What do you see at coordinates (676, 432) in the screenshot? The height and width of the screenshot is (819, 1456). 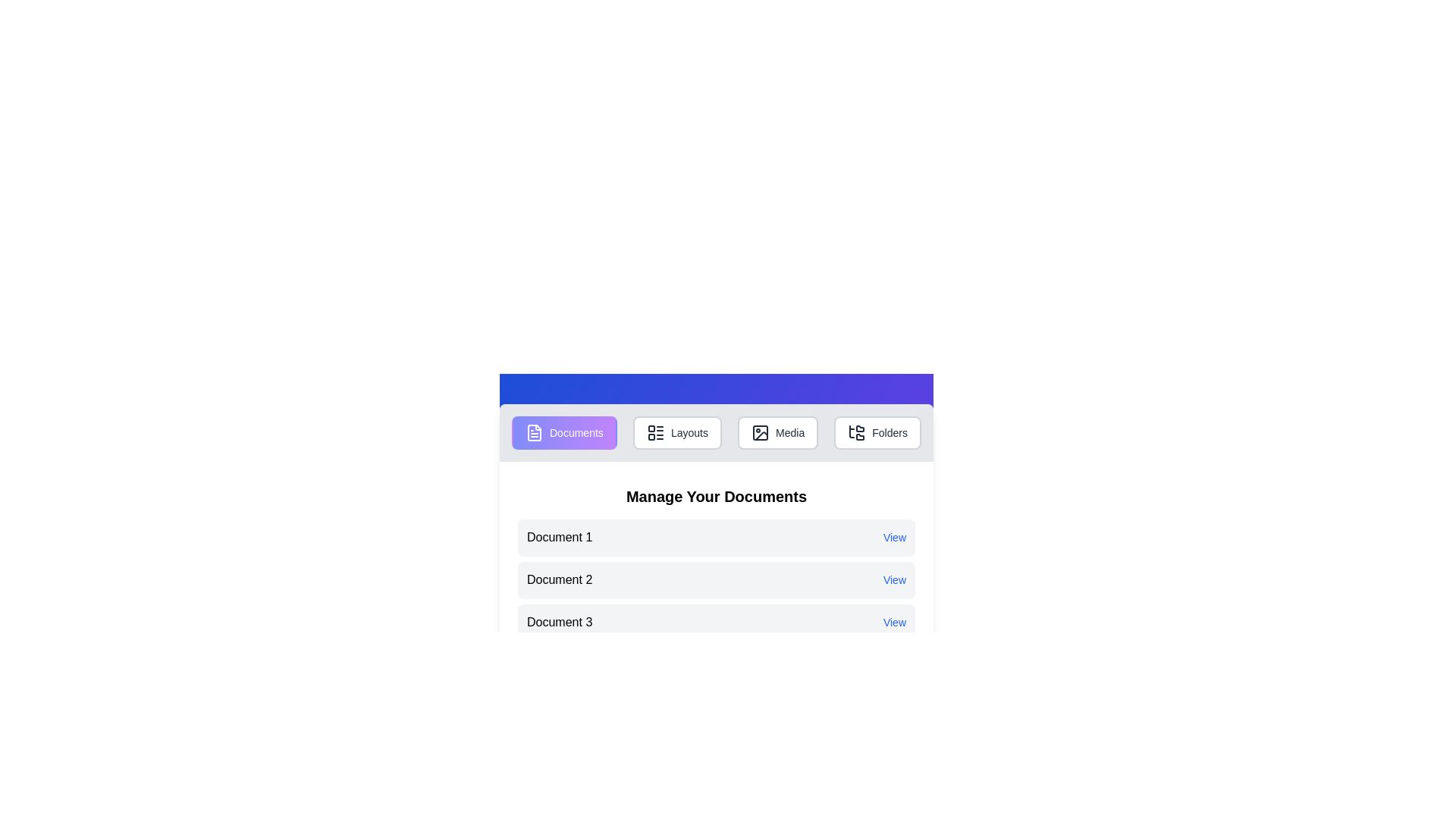 I see `the 'Layouts' navigation button, which is the second button from the left in a row of navigation buttons, positioned between 'Documents' and 'Media'` at bounding box center [676, 432].